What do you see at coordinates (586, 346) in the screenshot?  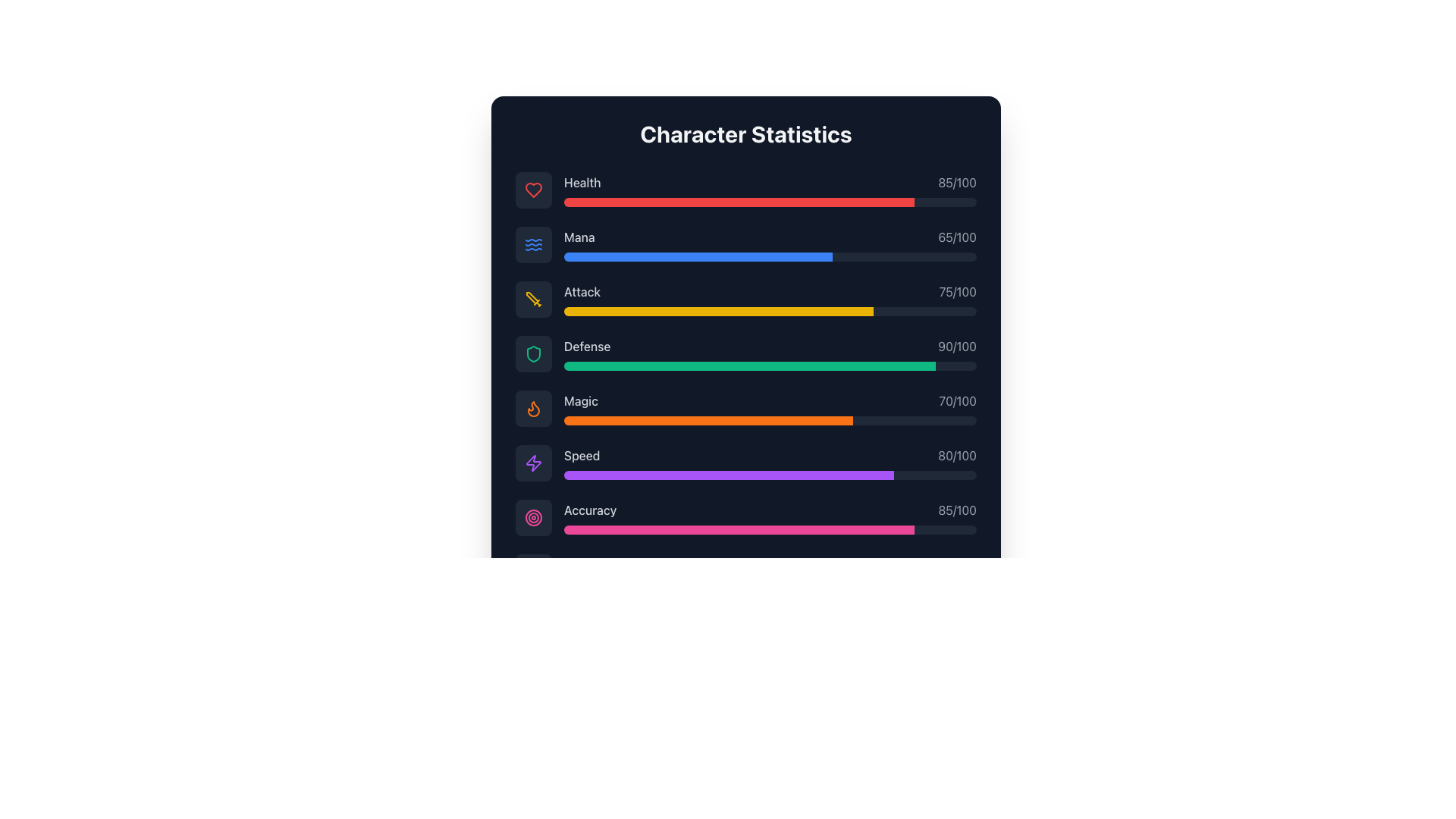 I see `the 'Defense' text label, which is a medium-weight gray font adjacent to a green horizontal bar in the character statistics list` at bounding box center [586, 346].